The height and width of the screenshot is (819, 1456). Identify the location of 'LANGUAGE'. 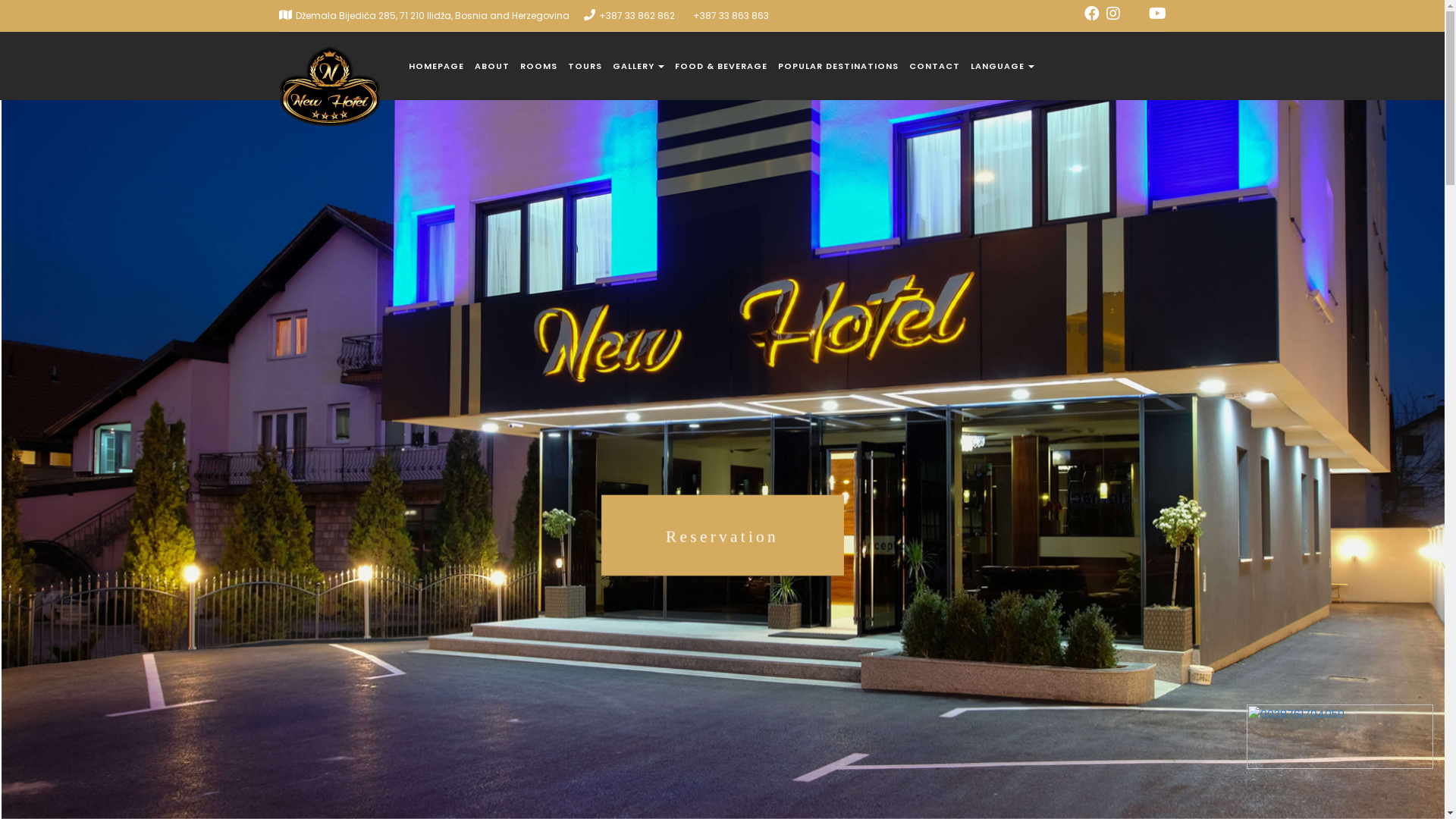
(1002, 65).